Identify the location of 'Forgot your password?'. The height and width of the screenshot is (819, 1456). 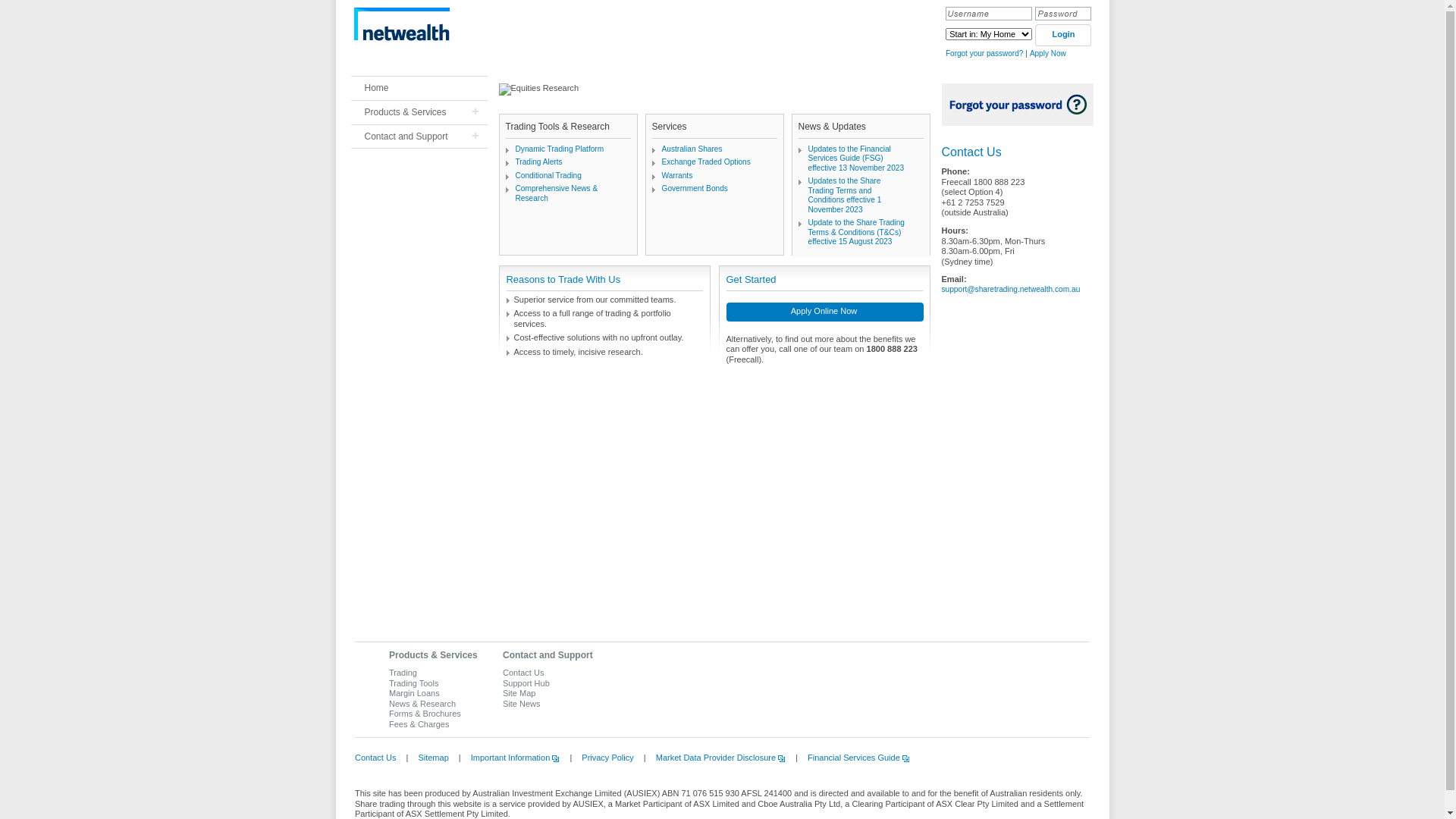
(984, 52).